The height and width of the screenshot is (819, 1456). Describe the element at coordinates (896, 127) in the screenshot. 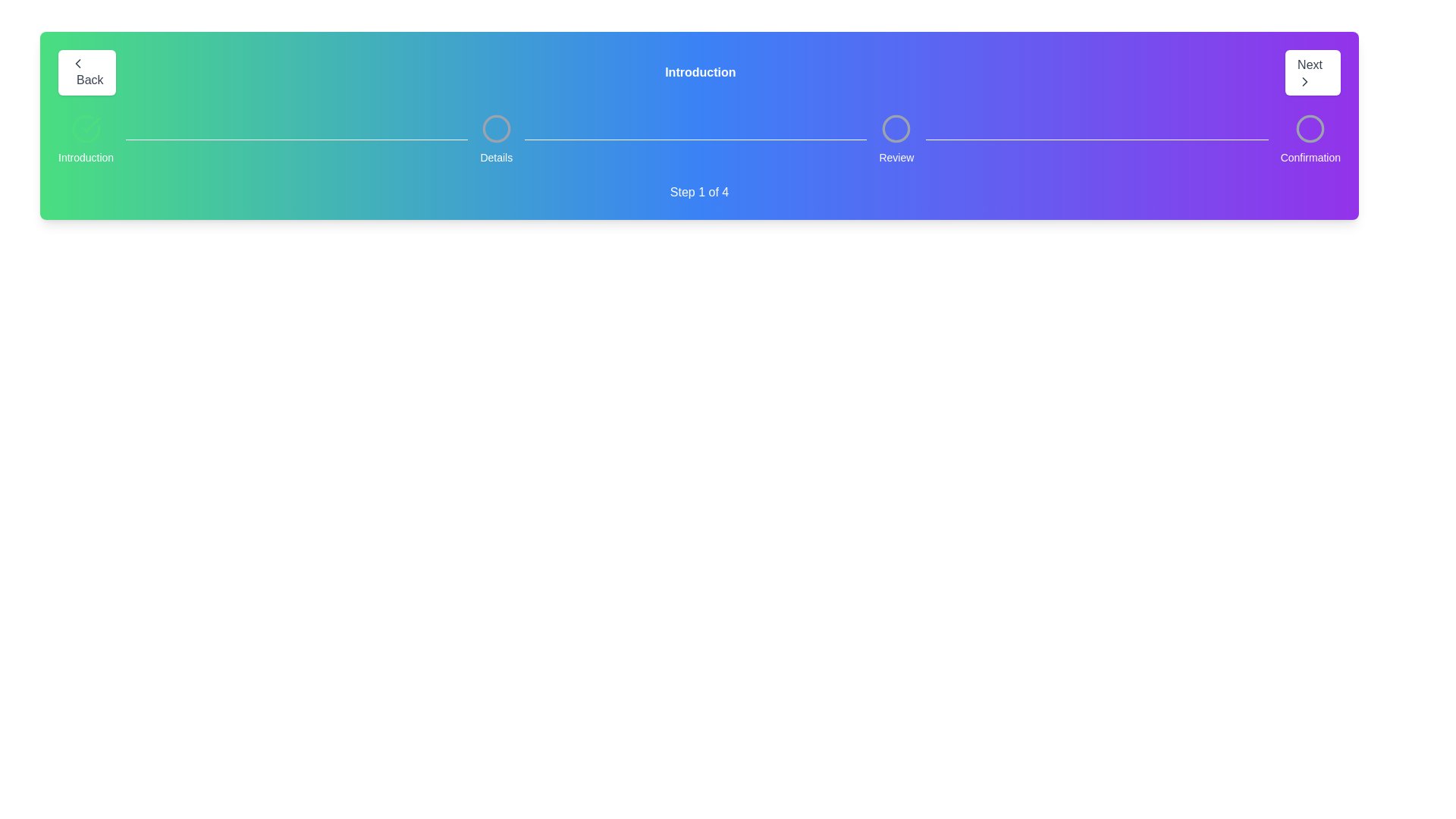

I see `the Step progress indicator, which is a circular icon labeled 'Review' located as the third step marker in a horizontal progress bar` at that location.